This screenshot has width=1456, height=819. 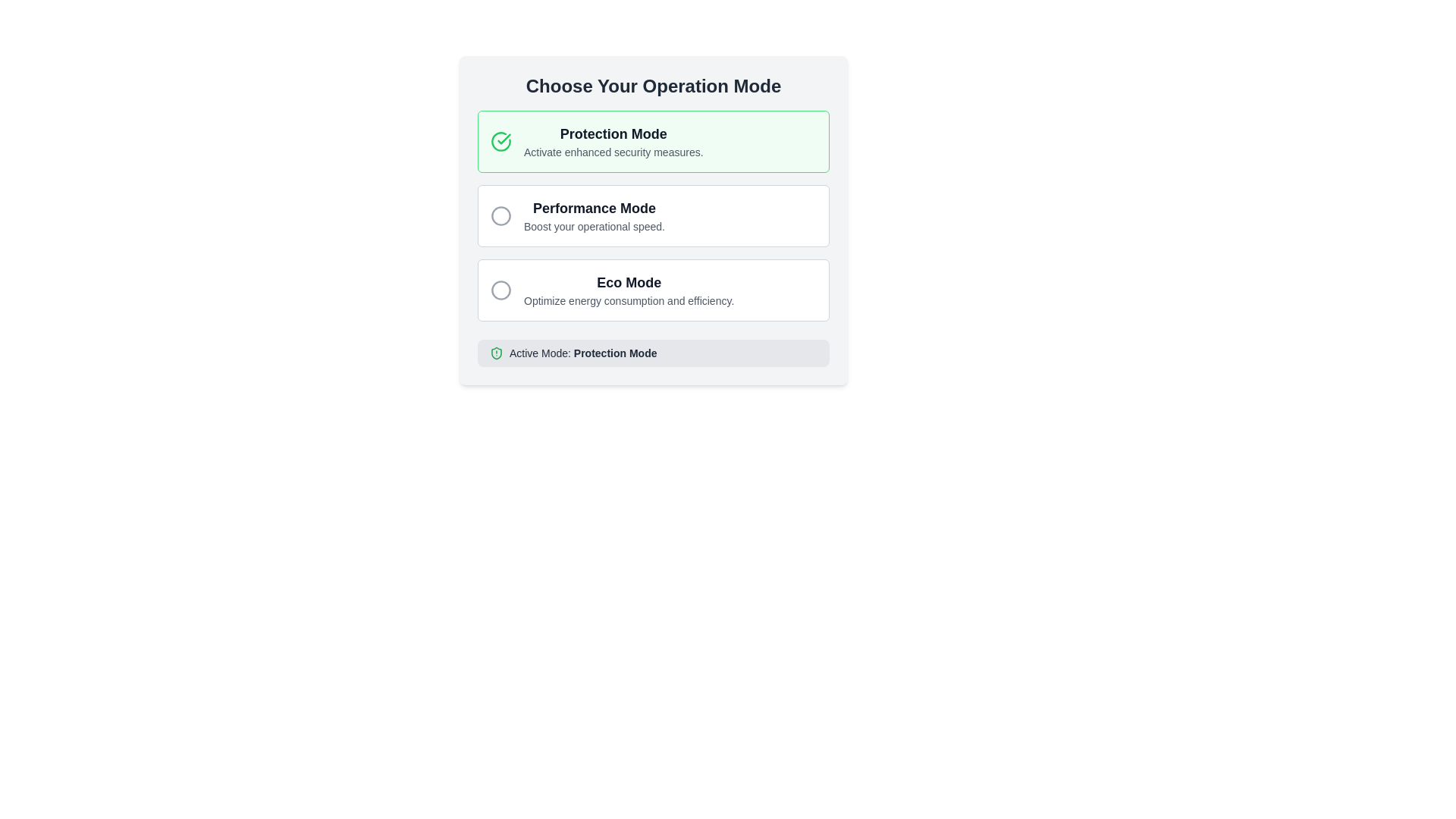 What do you see at coordinates (654, 290) in the screenshot?
I see `the 'Eco Mode' selectable card, which is the third card in the vertical stack of options titled 'Choose Your Operation Mode'` at bounding box center [654, 290].